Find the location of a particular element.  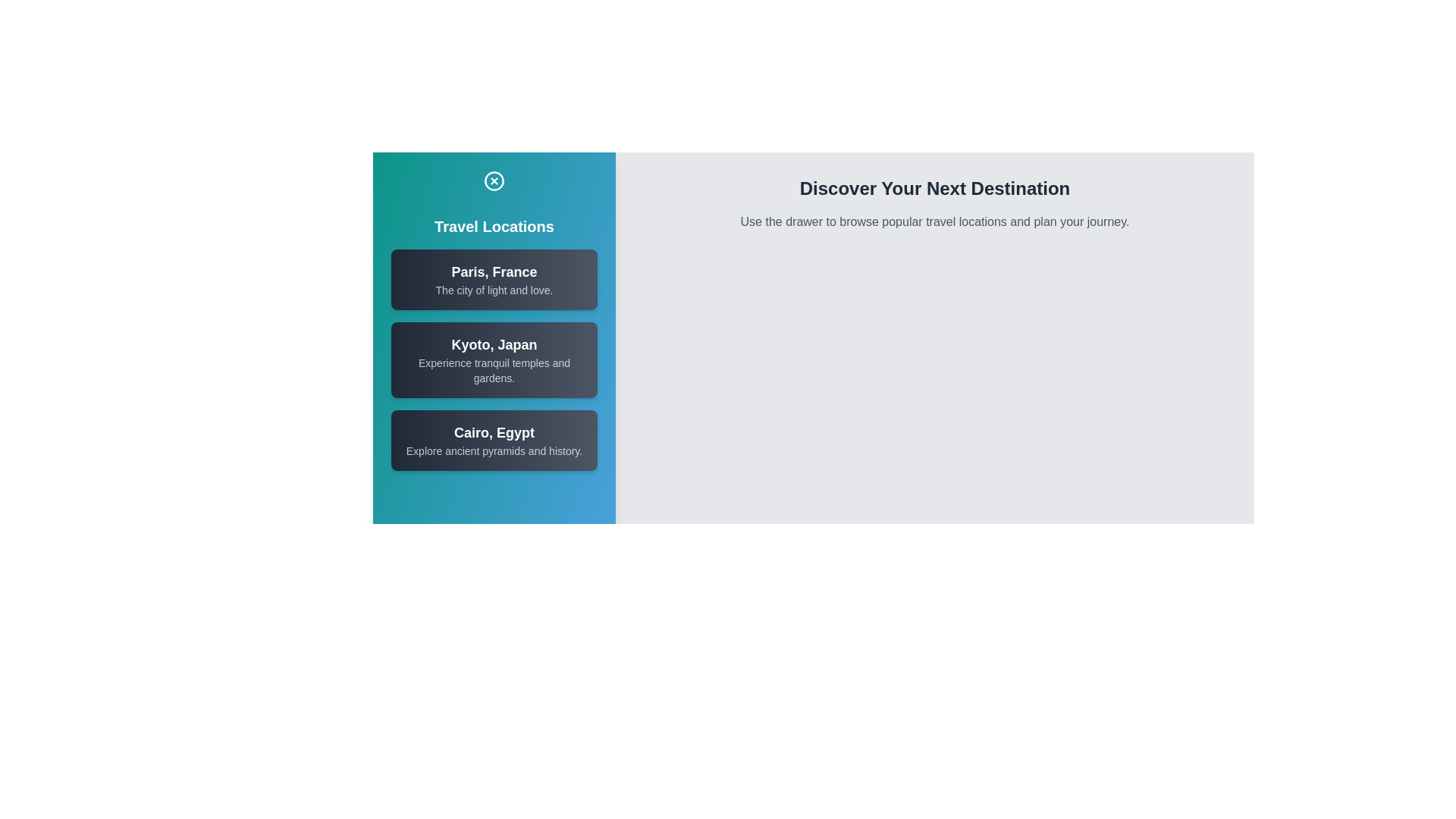

the location item corresponding to Kyoto, Japan is located at coordinates (494, 359).